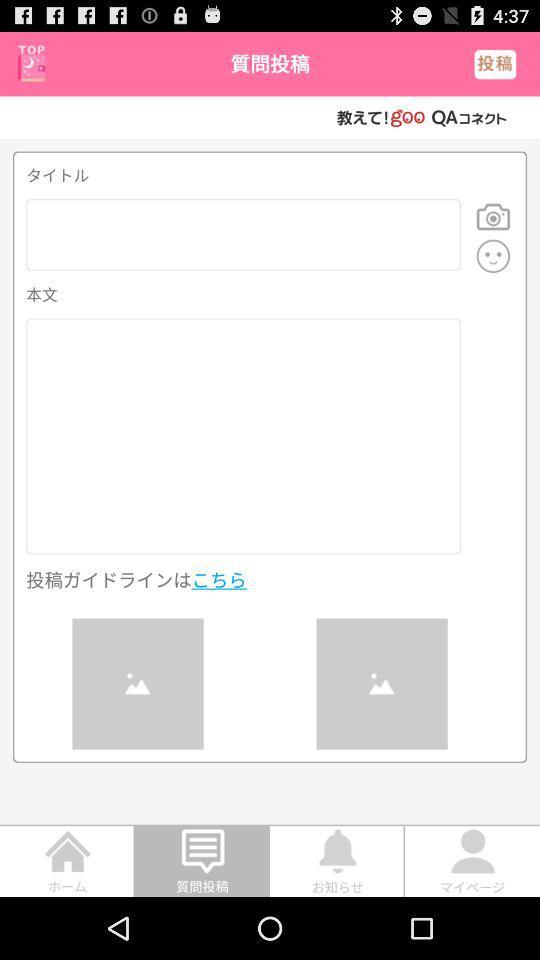 This screenshot has height=960, width=540. Describe the element at coordinates (492, 232) in the screenshot. I see `the photo icon` at that location.